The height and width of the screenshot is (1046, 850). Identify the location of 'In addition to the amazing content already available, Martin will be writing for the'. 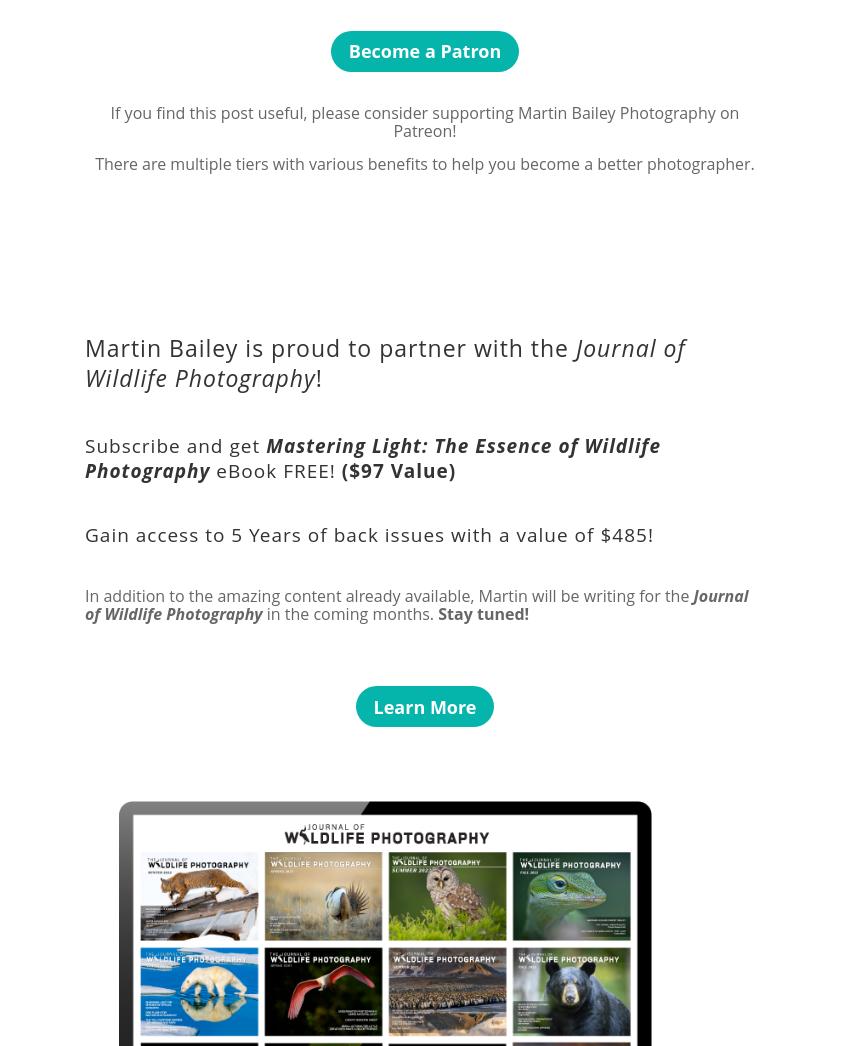
(85, 594).